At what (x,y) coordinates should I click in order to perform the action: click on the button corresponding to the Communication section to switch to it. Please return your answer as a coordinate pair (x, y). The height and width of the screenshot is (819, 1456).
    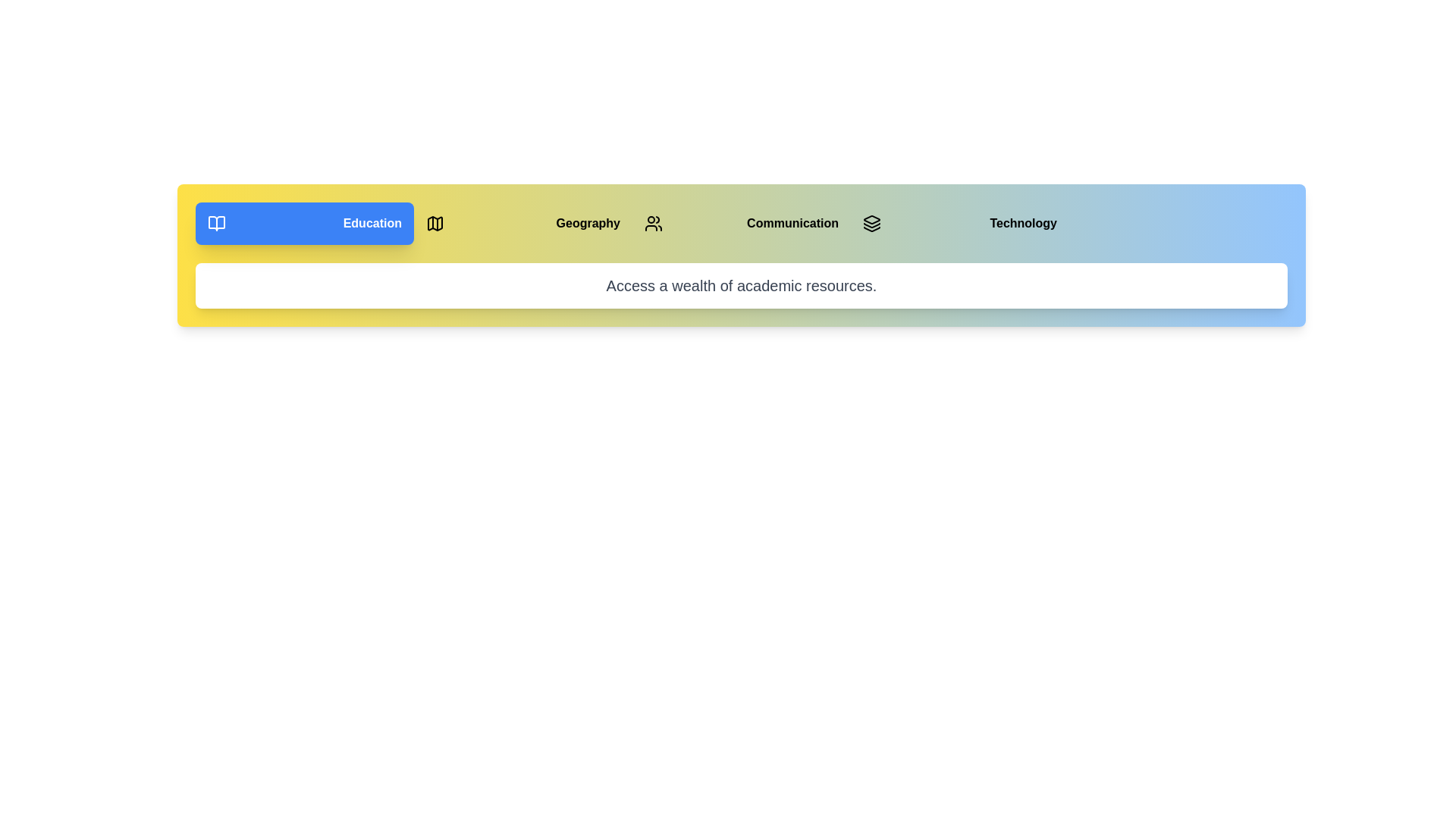
    Looking at the image, I should click on (742, 223).